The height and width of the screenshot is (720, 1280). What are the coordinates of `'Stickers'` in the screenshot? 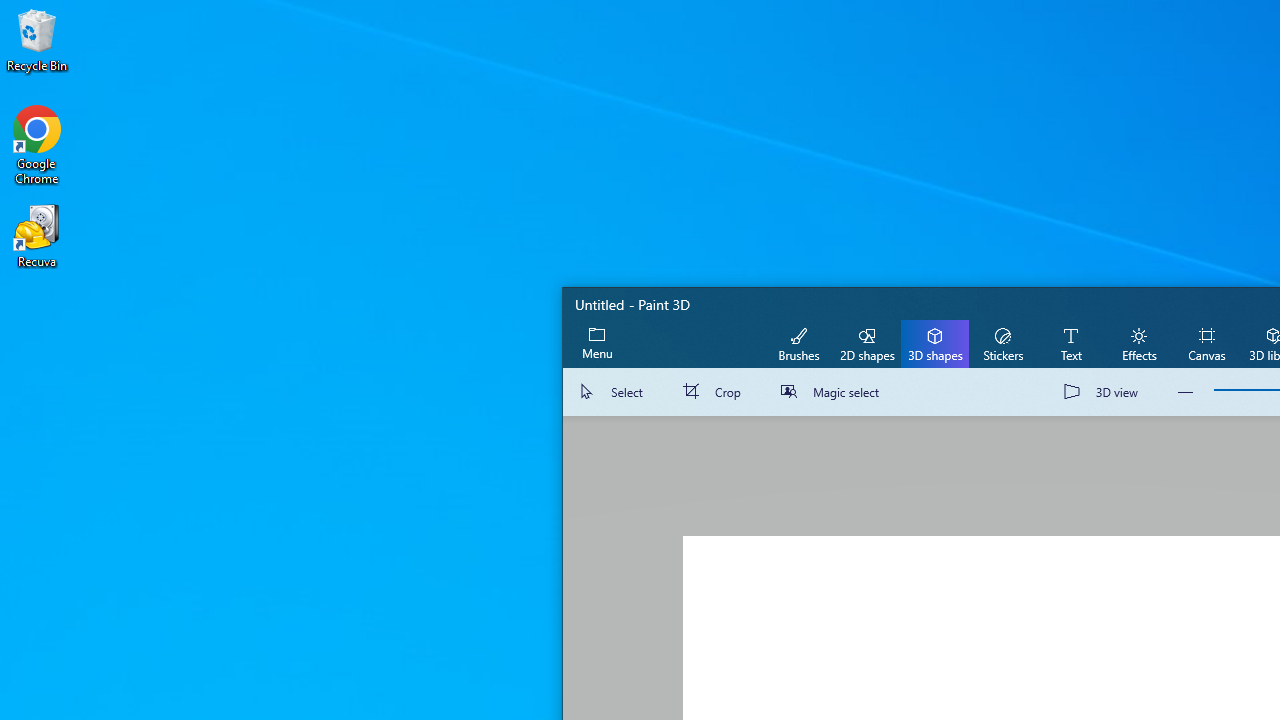 It's located at (1002, 342).